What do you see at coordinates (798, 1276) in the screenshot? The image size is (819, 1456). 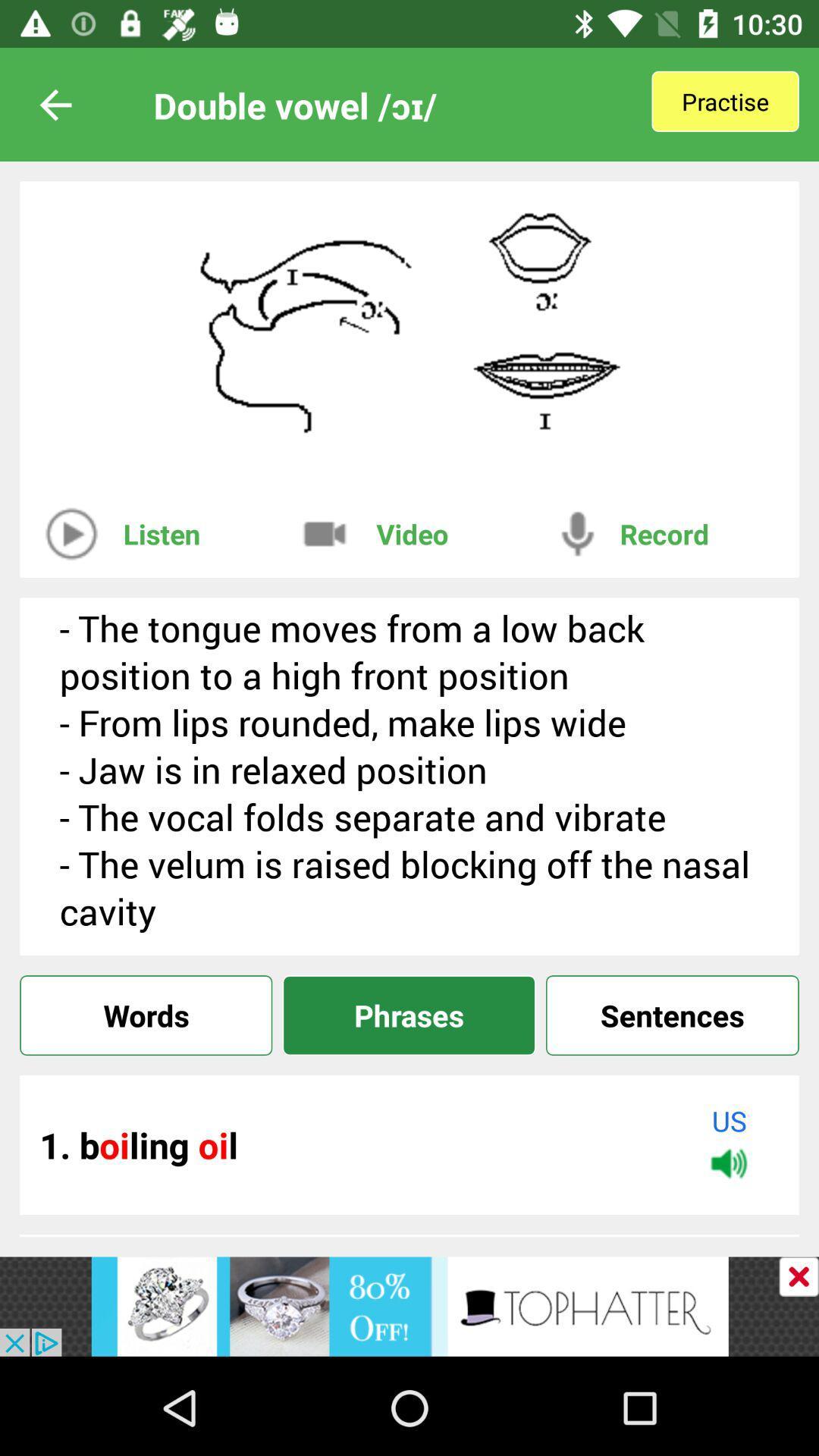 I see `the close icon` at bounding box center [798, 1276].